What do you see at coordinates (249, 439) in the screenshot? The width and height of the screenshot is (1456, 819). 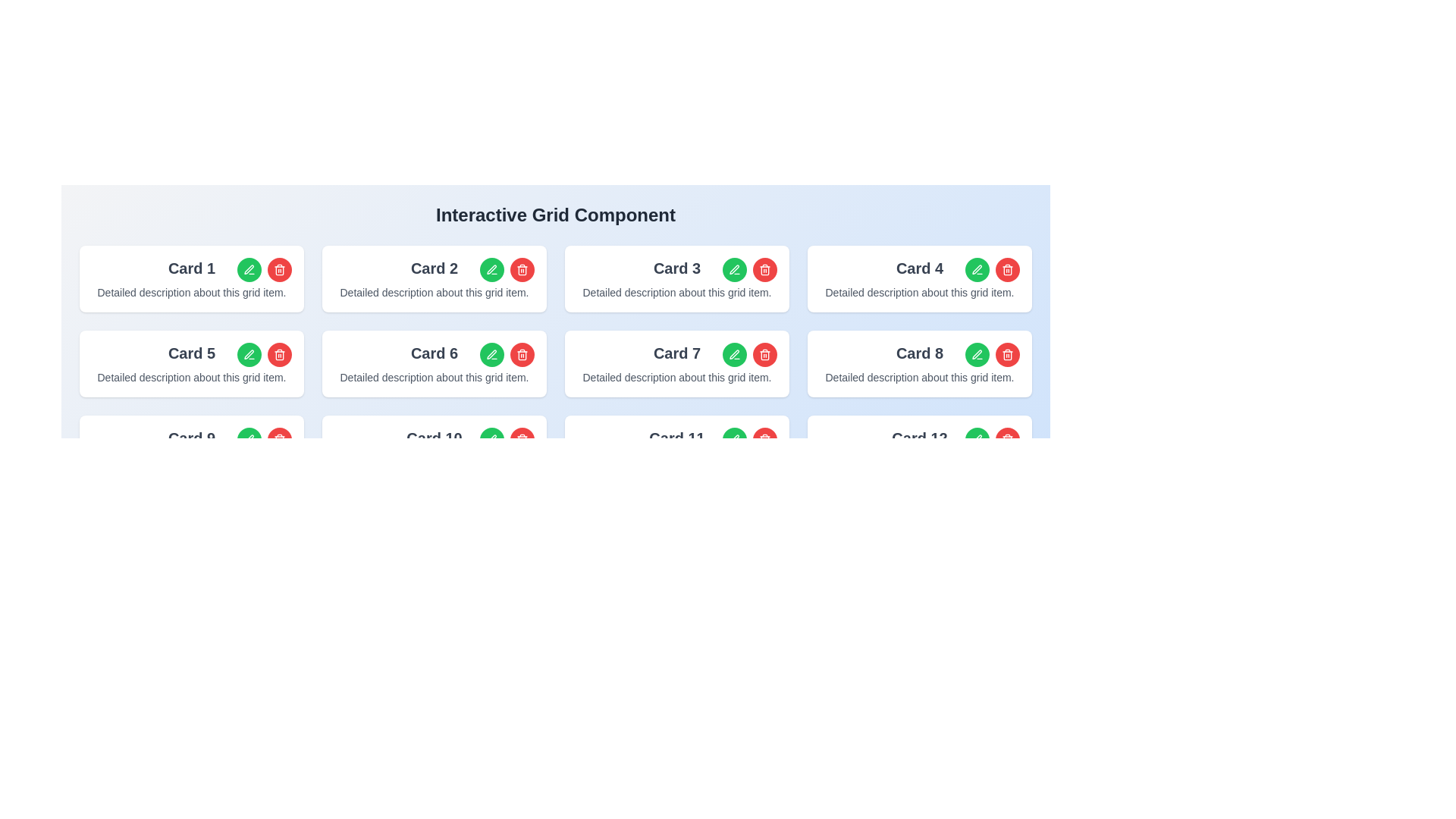 I see `the circular green button with a white pen icon located at the top-right corner of its card to change its background color to a darker green` at bounding box center [249, 439].